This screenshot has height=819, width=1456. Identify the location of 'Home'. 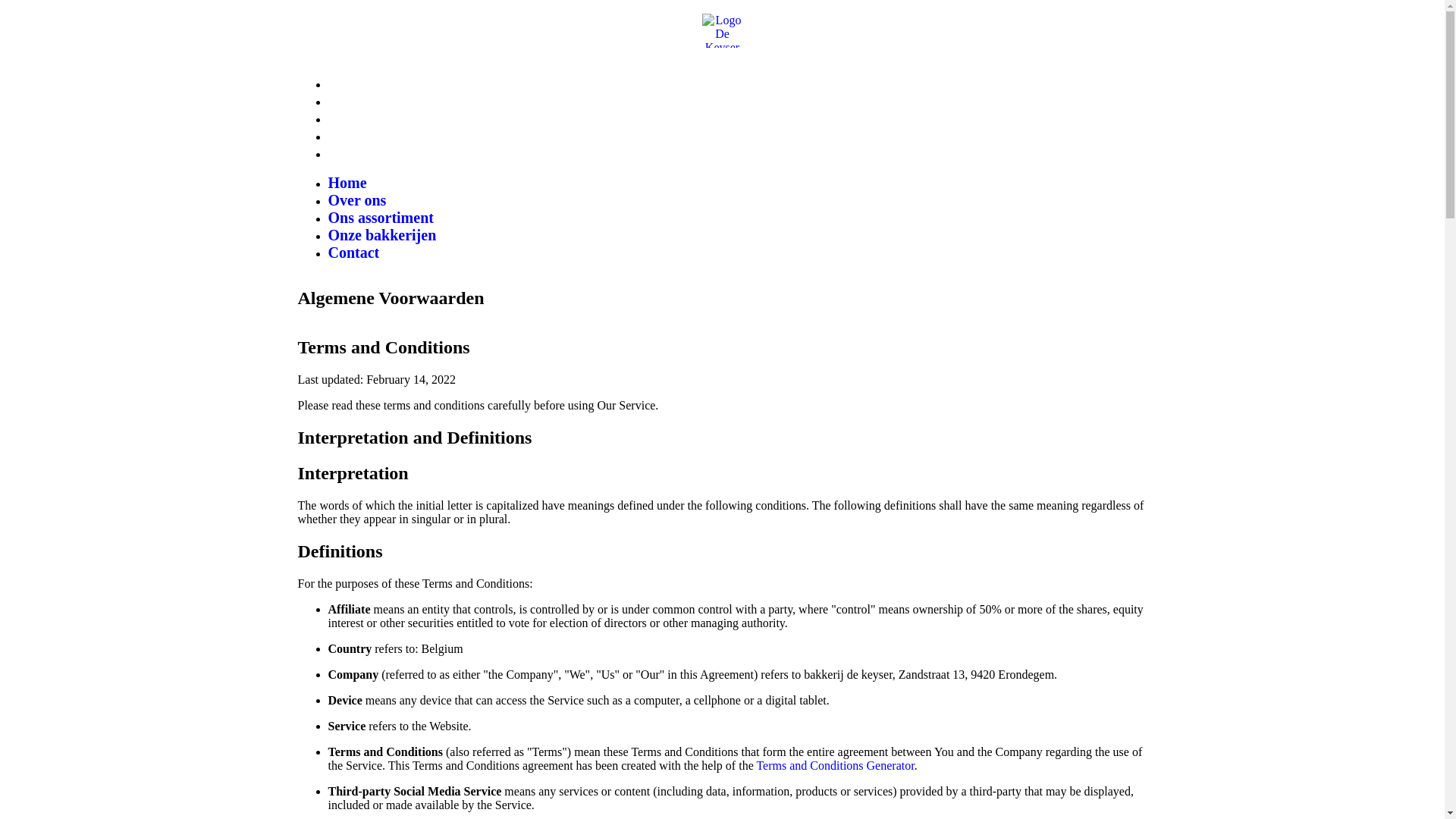
(346, 181).